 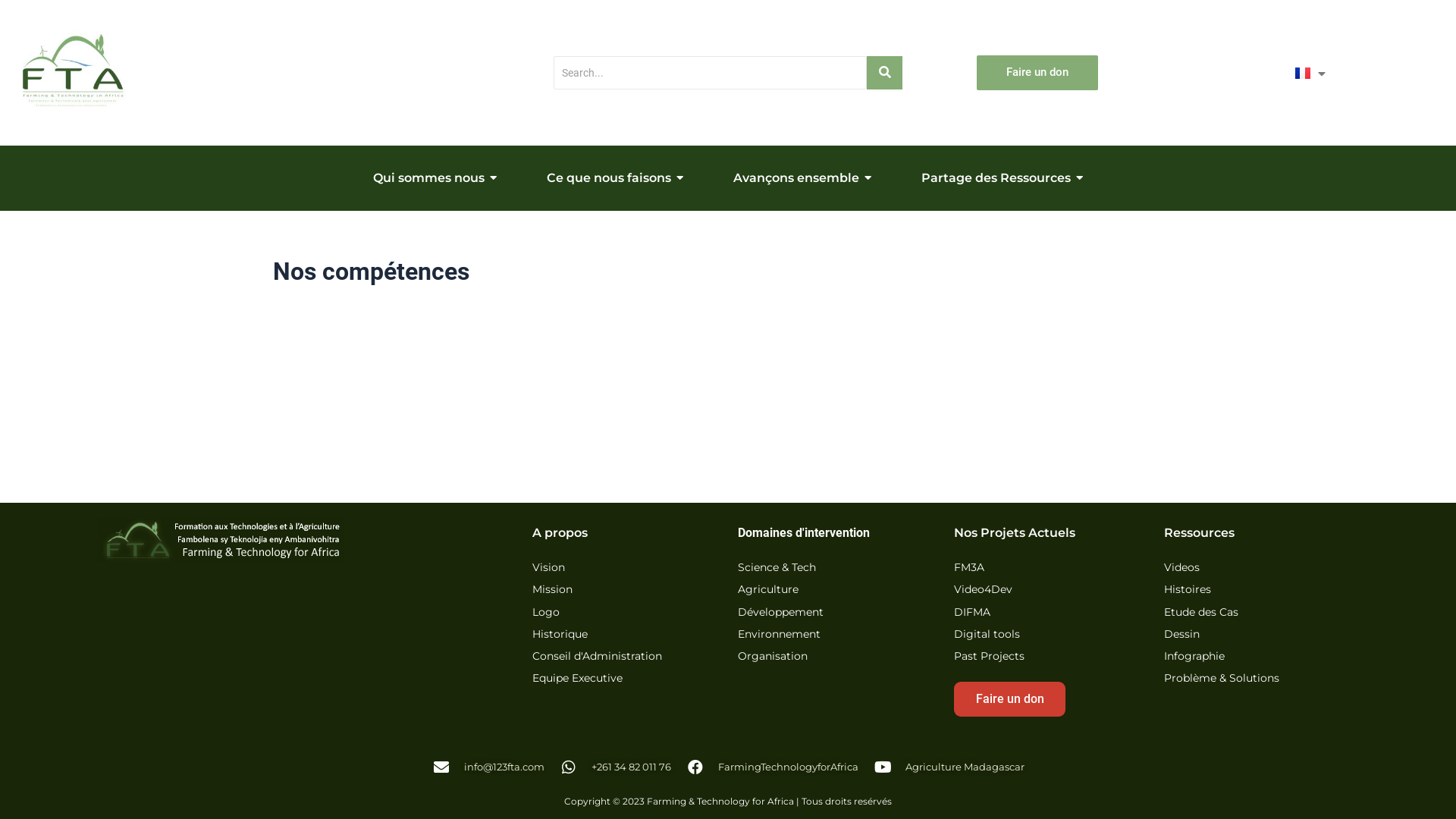 I want to click on 'Mission', so click(x=551, y=589).